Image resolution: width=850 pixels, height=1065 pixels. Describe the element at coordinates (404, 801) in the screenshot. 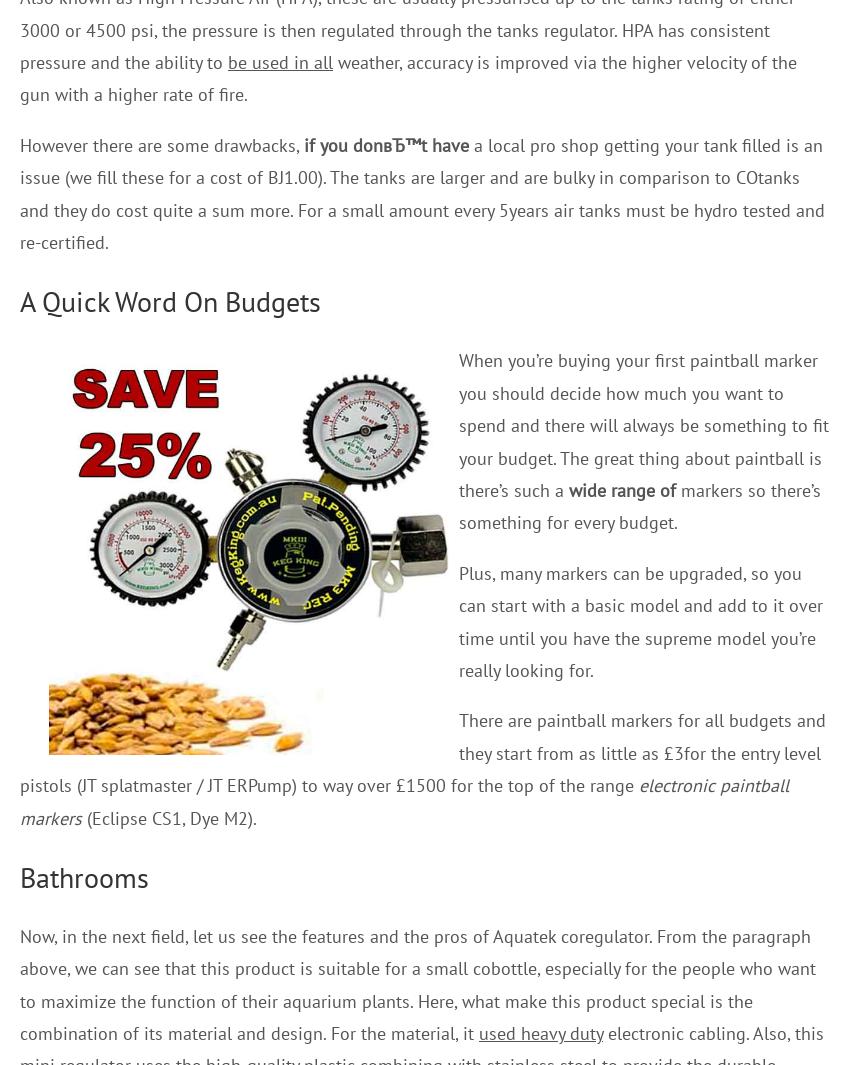

I see `'electronic paintball markers'` at that location.